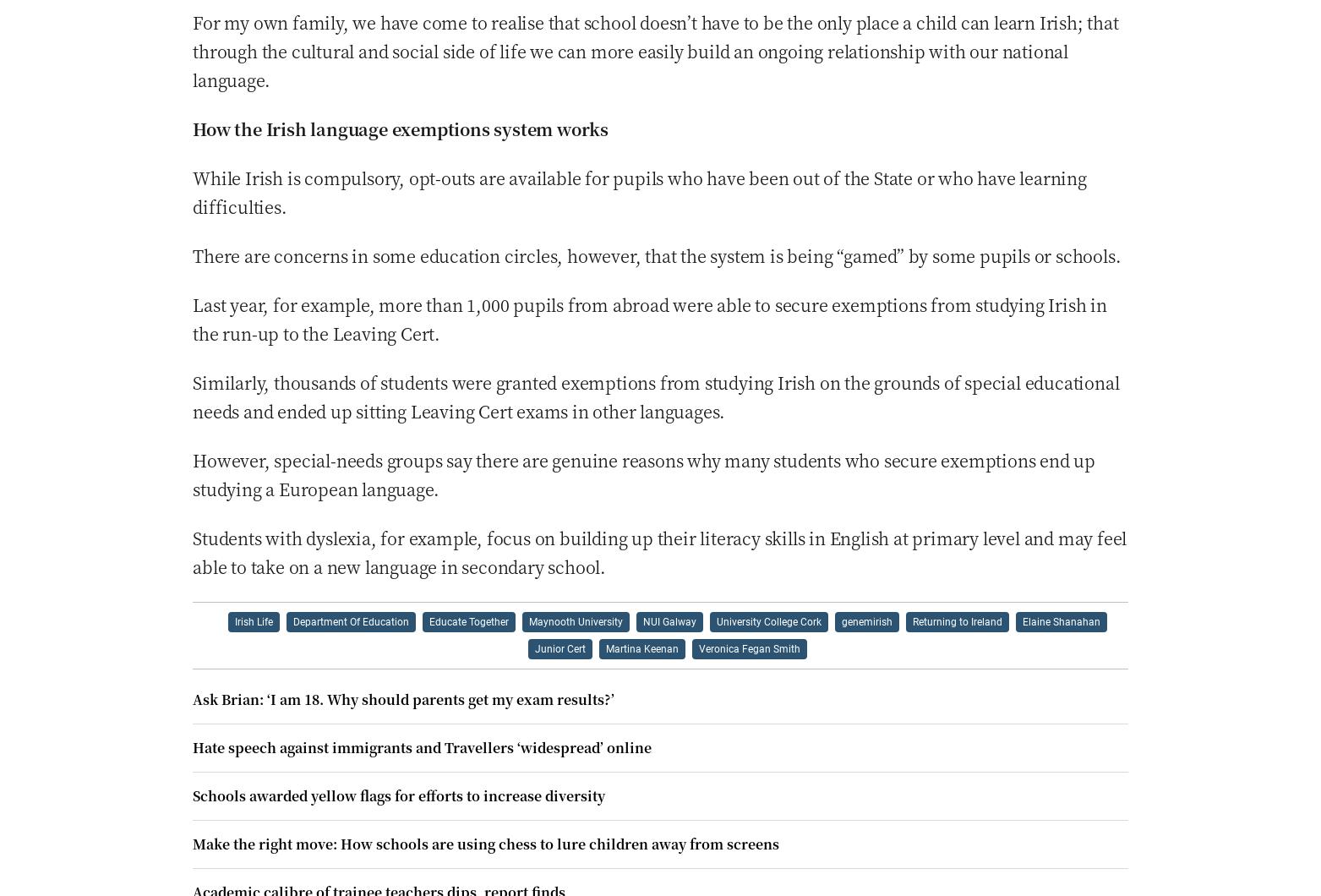 The width and height of the screenshot is (1321, 896). Describe the element at coordinates (957, 620) in the screenshot. I see `'Returning to Ireland'` at that location.